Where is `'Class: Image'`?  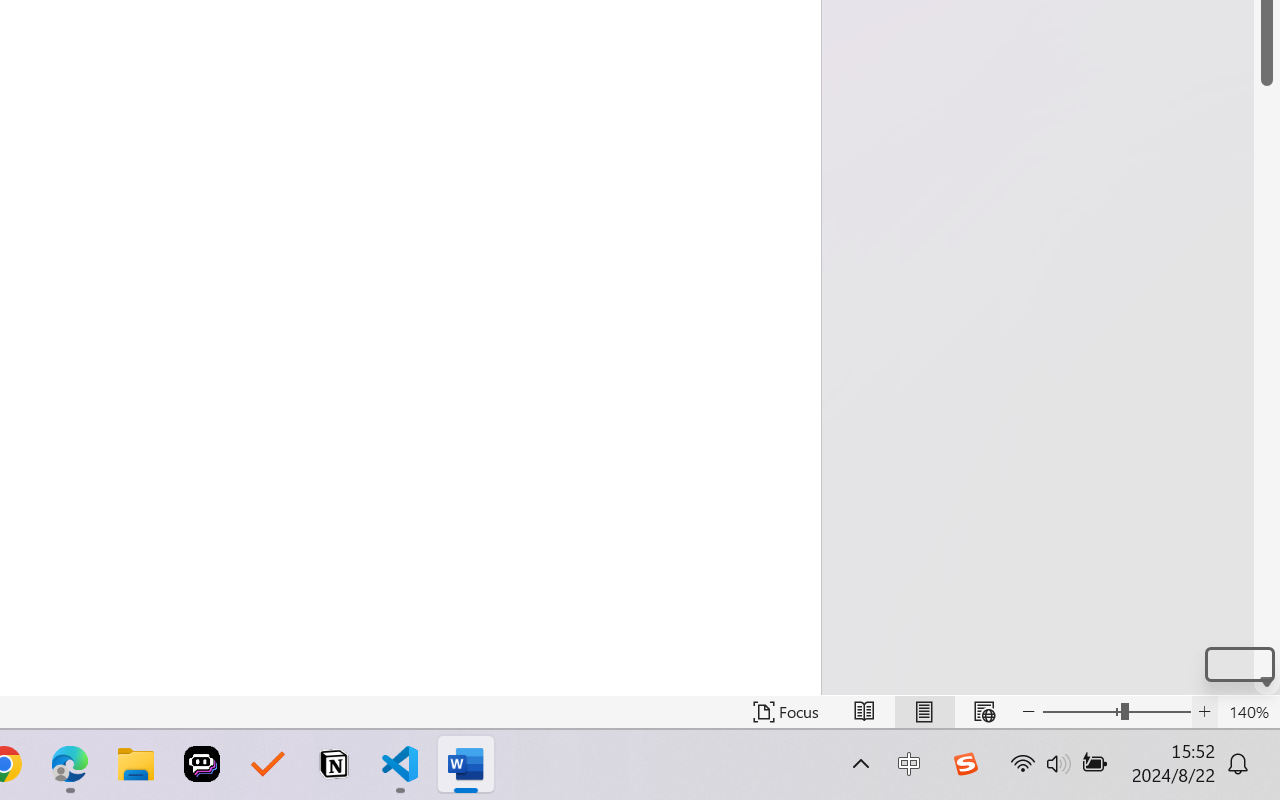
'Class: Image' is located at coordinates (965, 764).